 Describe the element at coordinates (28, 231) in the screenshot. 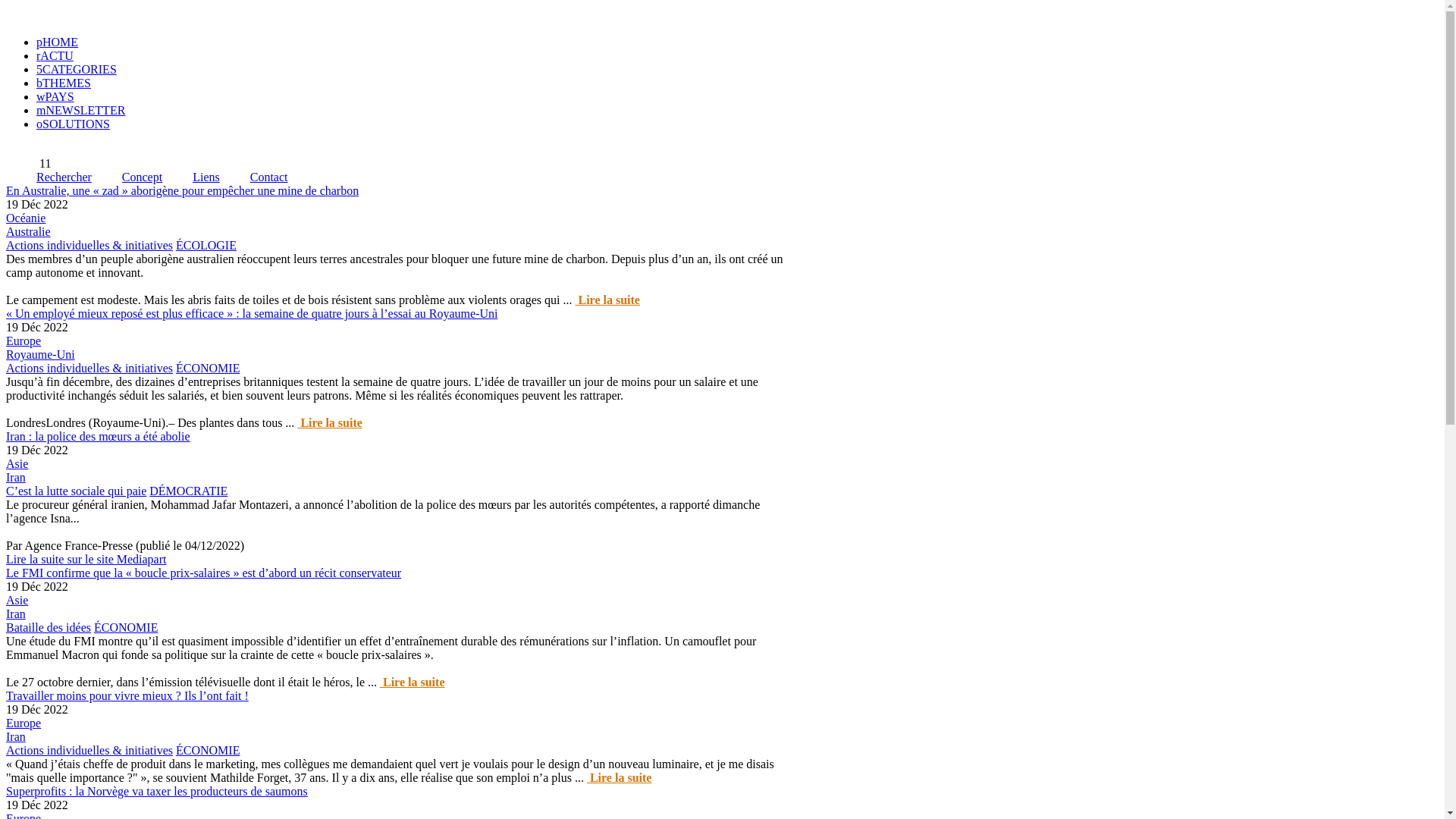

I see `'Australie'` at that location.